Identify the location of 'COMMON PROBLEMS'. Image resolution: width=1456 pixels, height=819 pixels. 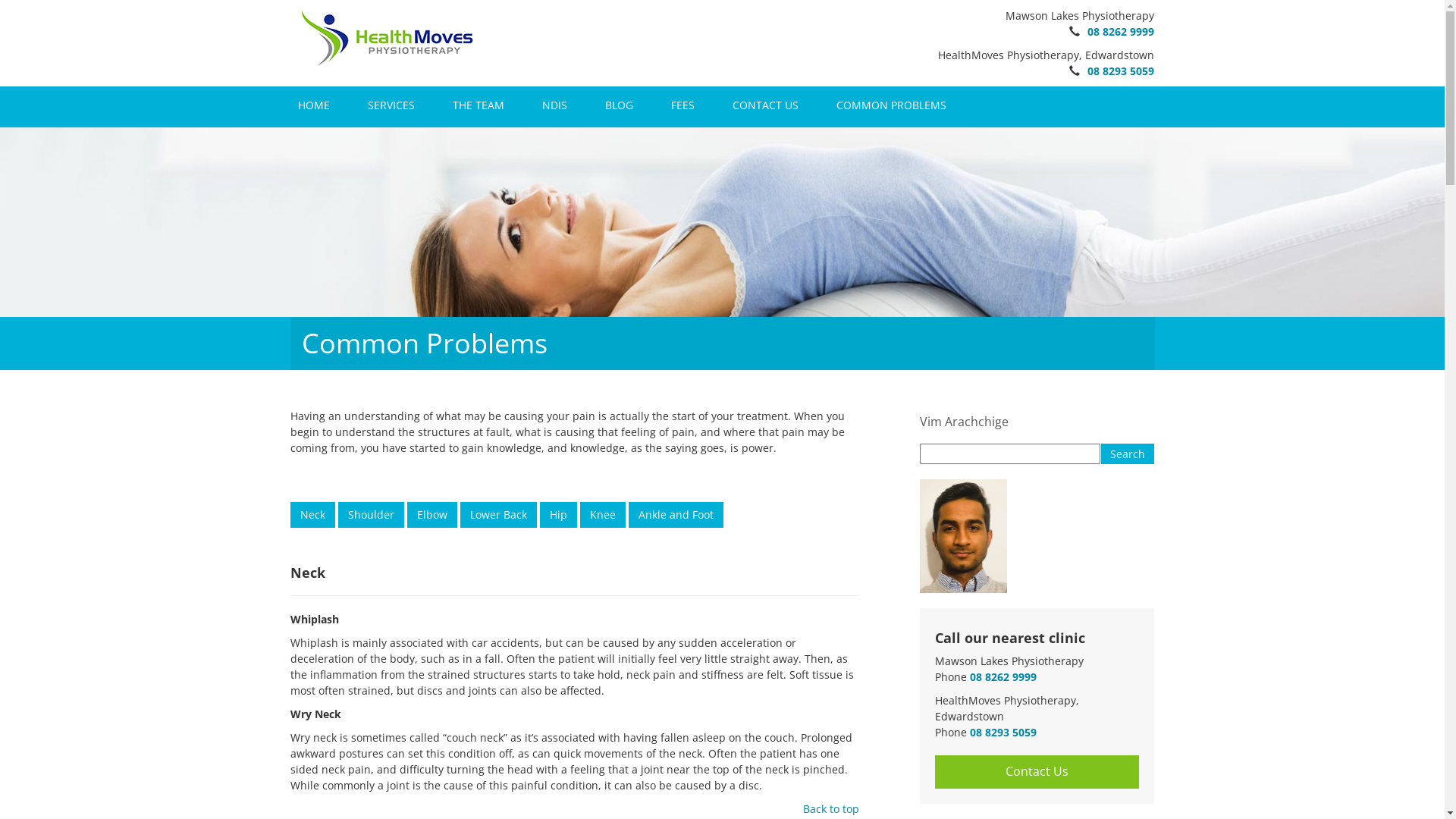
(890, 104).